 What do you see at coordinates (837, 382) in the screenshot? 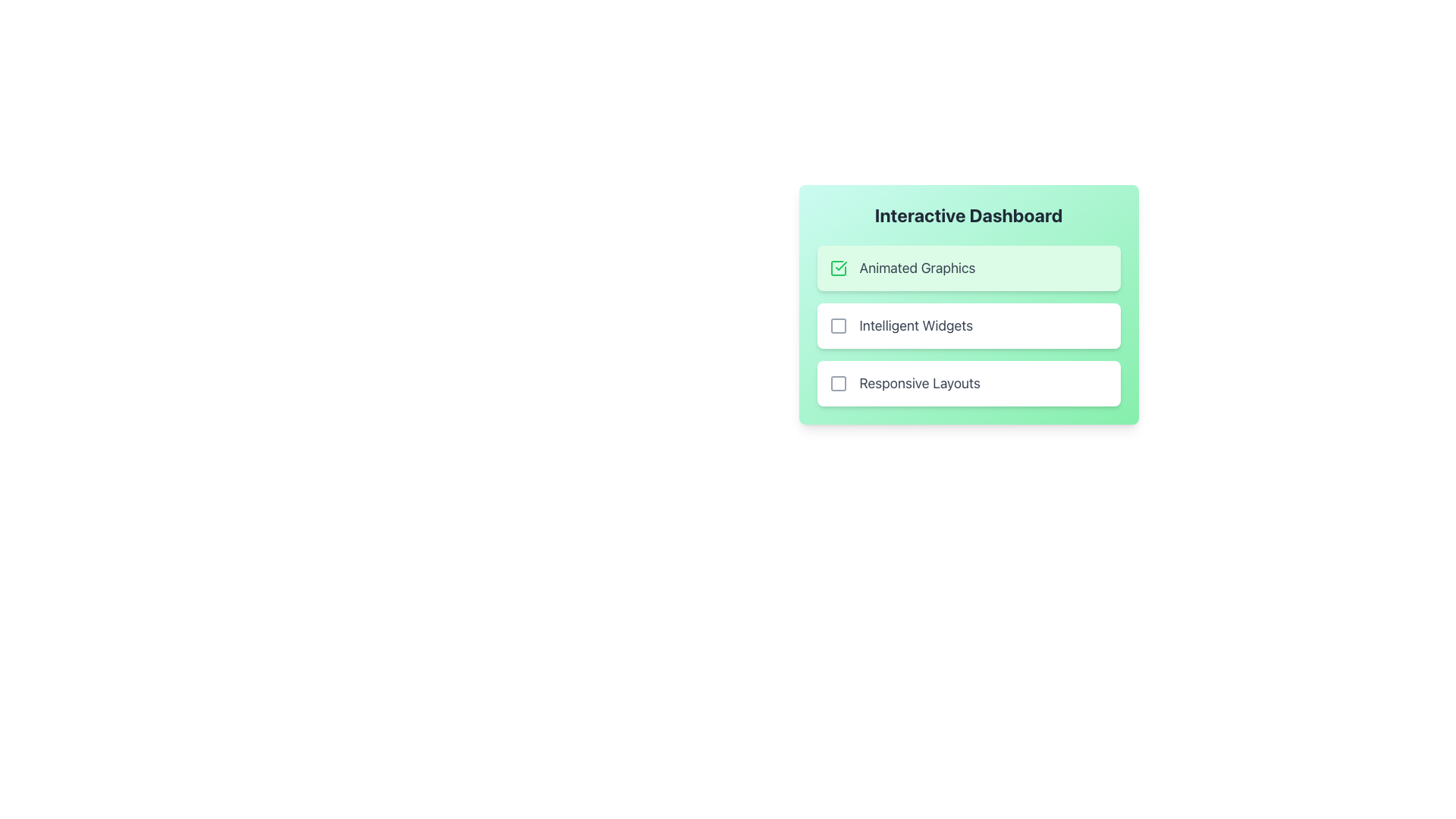
I see `the unselected Checkbox next to the 'Responsive Layouts' text` at bounding box center [837, 382].